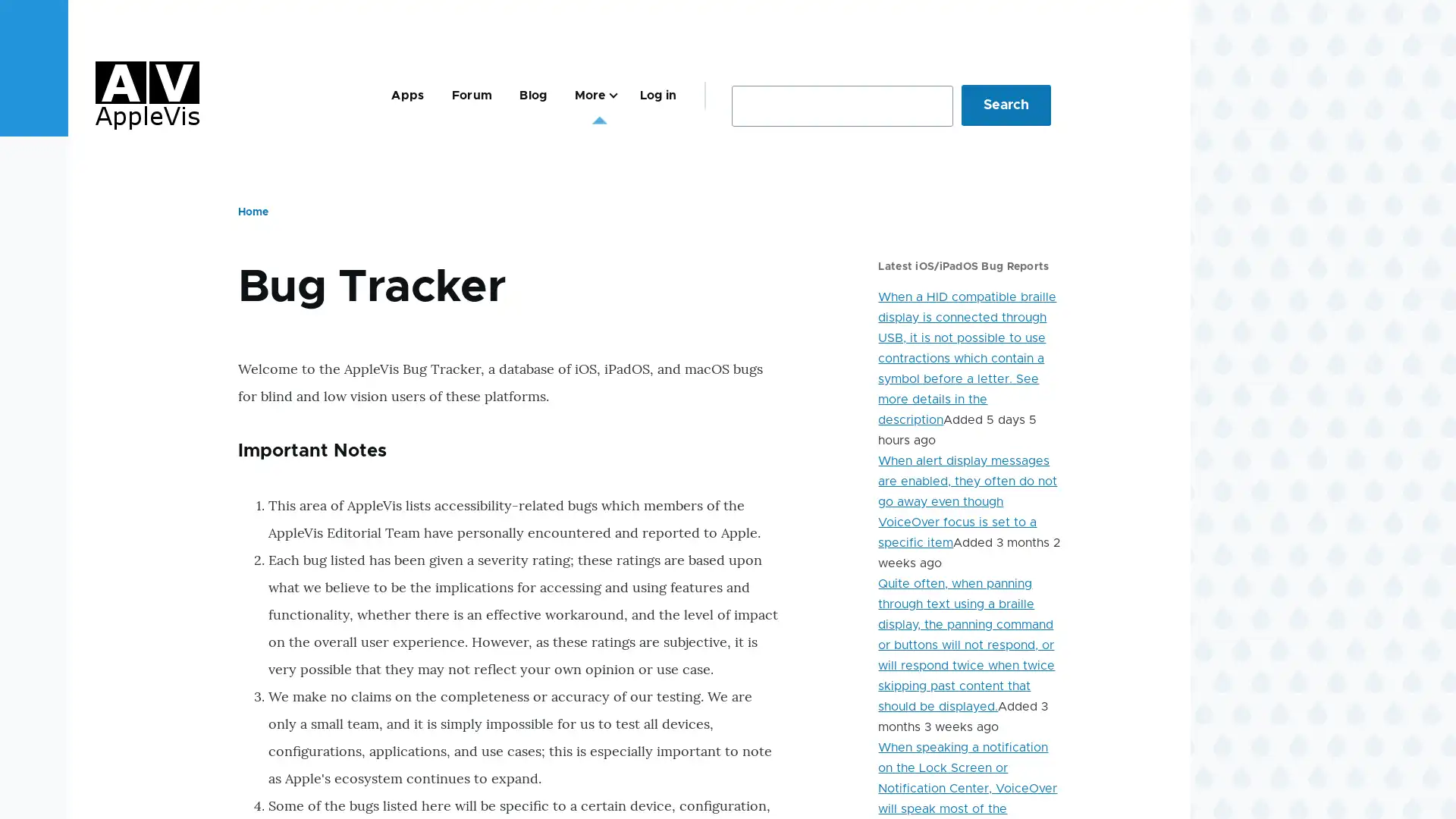 The width and height of the screenshot is (1456, 819). Describe the element at coordinates (1006, 104) in the screenshot. I see `Search` at that location.